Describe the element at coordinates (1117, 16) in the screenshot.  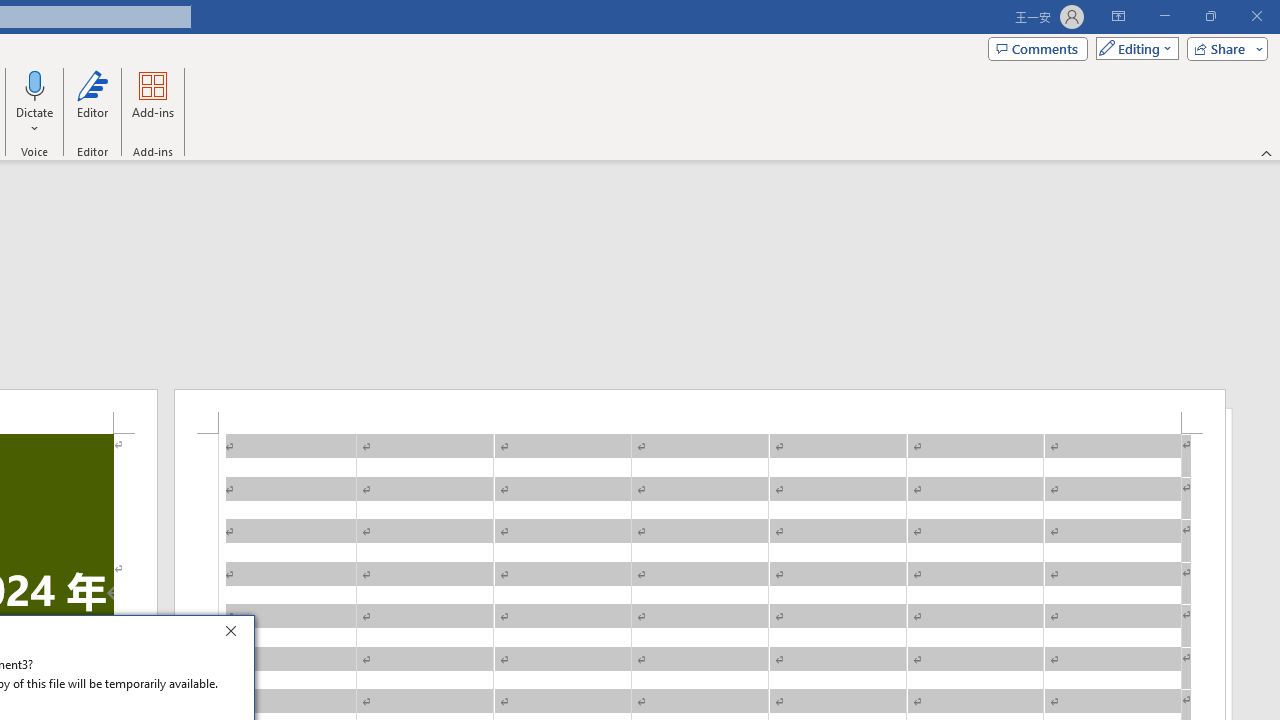
I see `'Ribbon Display Options'` at that location.